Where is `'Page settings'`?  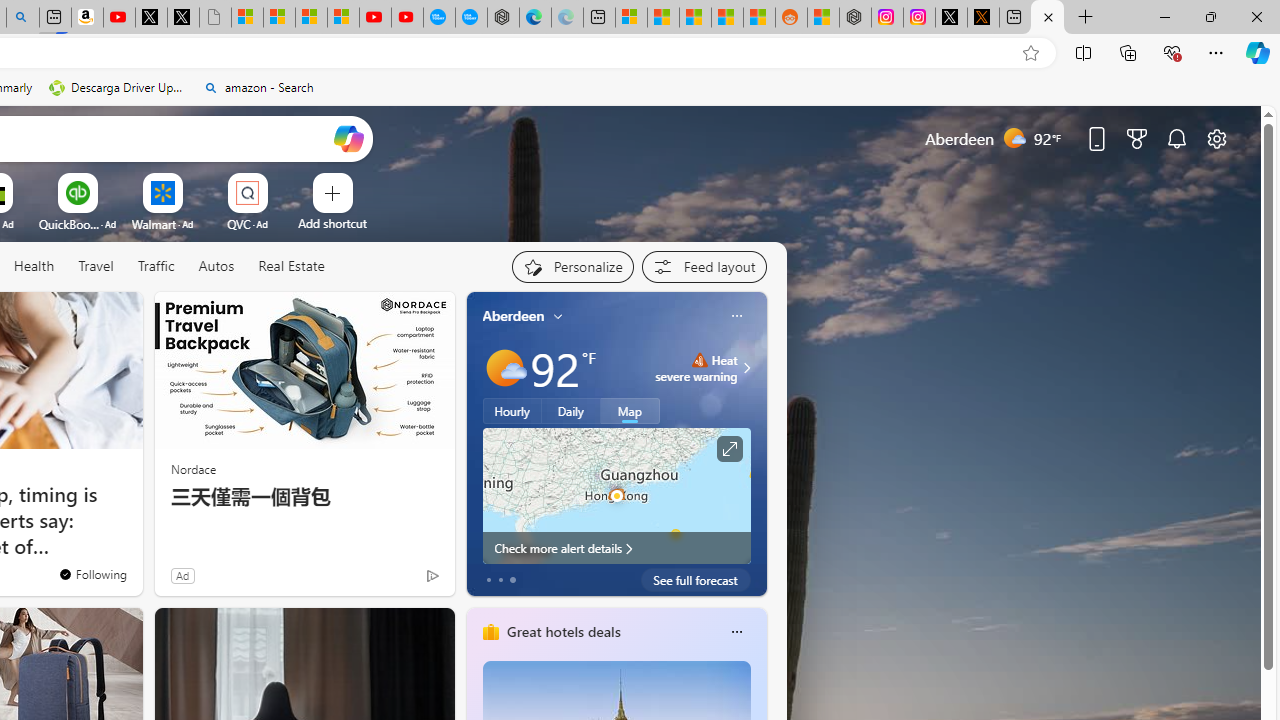 'Page settings' is located at coordinates (1215, 137).